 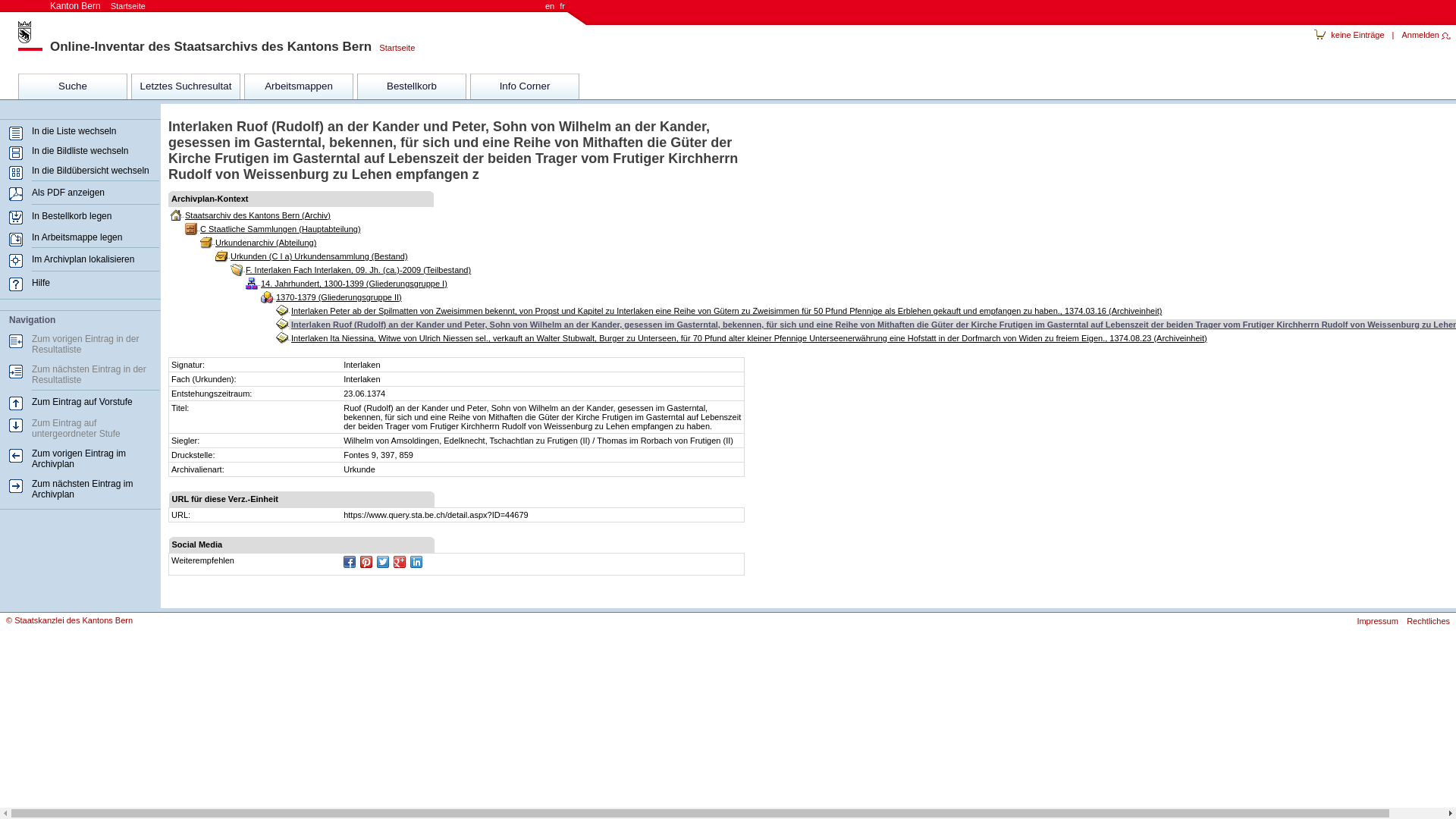 I want to click on 'Urkundenarchiv (Abteilung)', so click(x=212, y=242).